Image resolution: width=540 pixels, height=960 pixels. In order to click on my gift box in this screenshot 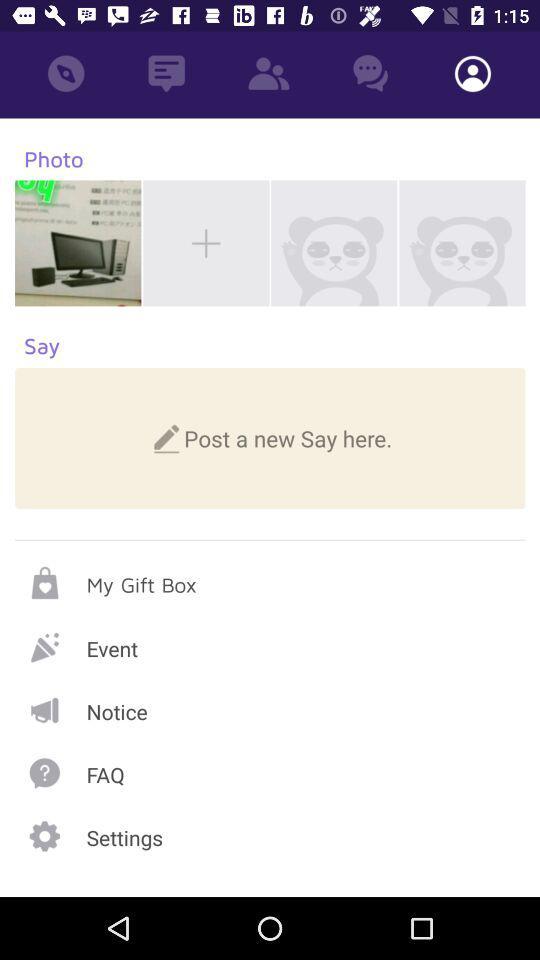, I will do `click(270, 582)`.